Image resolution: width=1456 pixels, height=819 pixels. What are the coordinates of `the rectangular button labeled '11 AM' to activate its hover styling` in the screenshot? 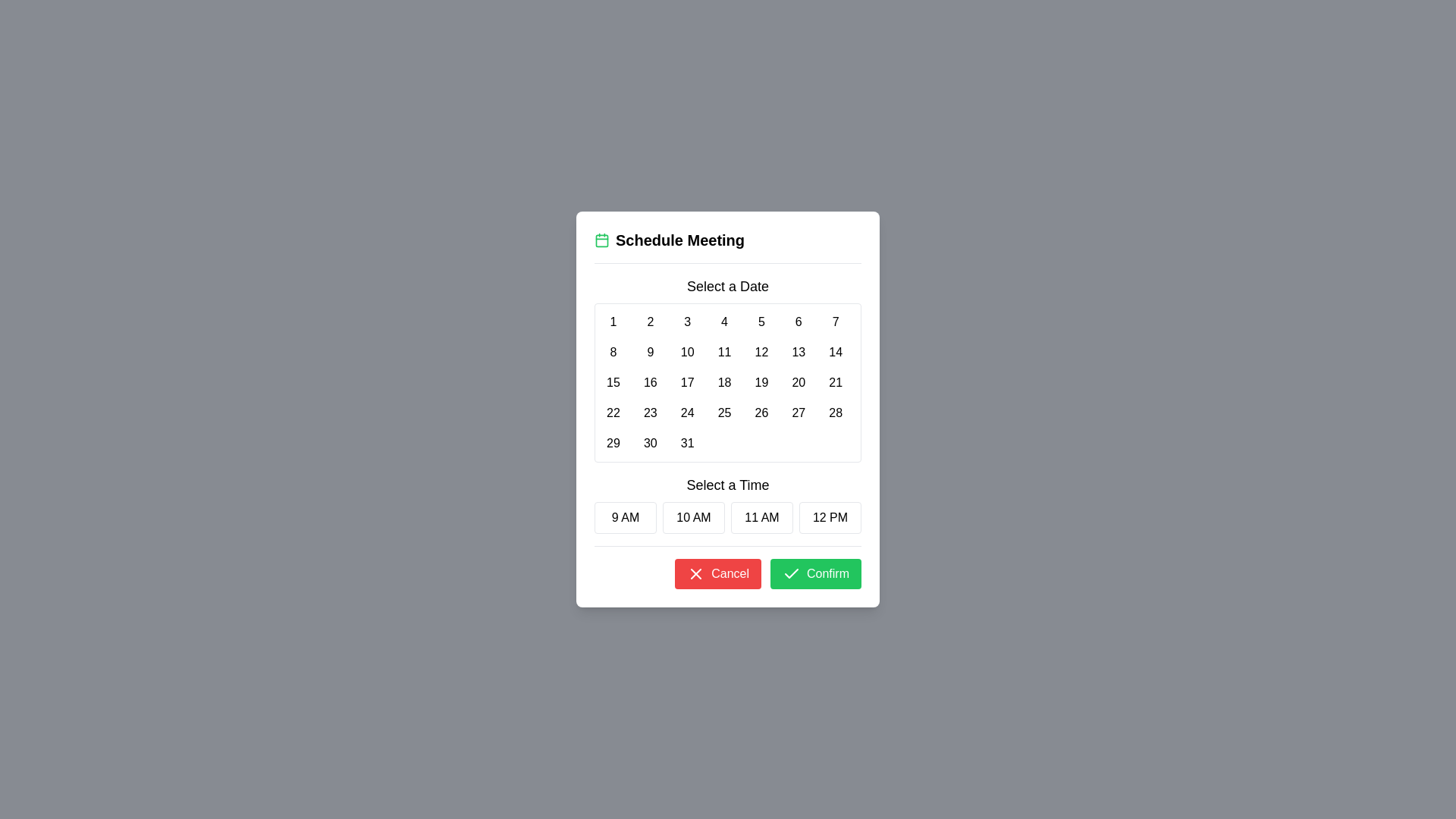 It's located at (761, 516).